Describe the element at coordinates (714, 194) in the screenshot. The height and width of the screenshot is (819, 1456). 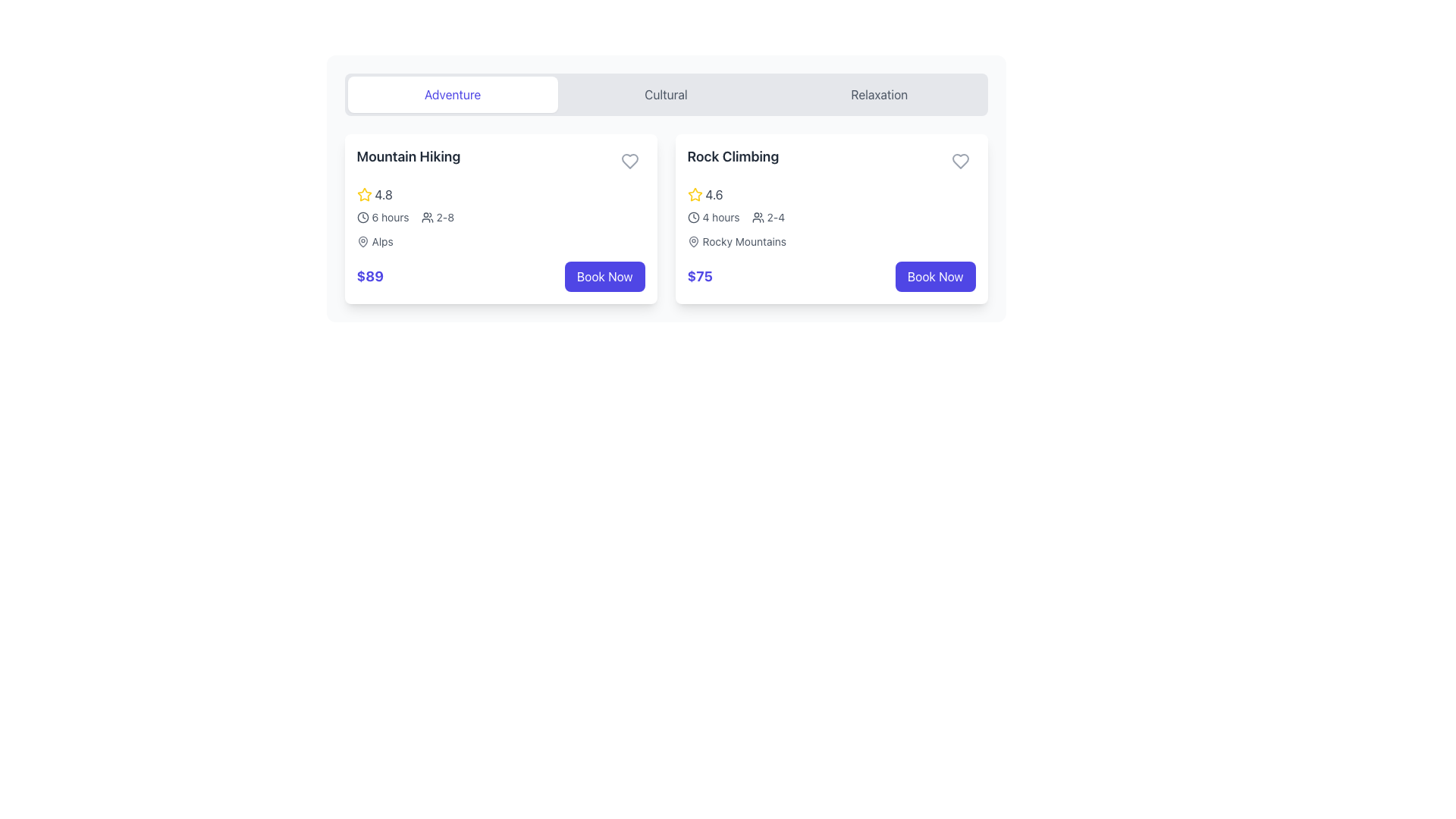
I see `value displayed by the text element showing '4.6' in light gray, located next to a yellow star icon above the activity details for 'Rock Climbing'` at that location.